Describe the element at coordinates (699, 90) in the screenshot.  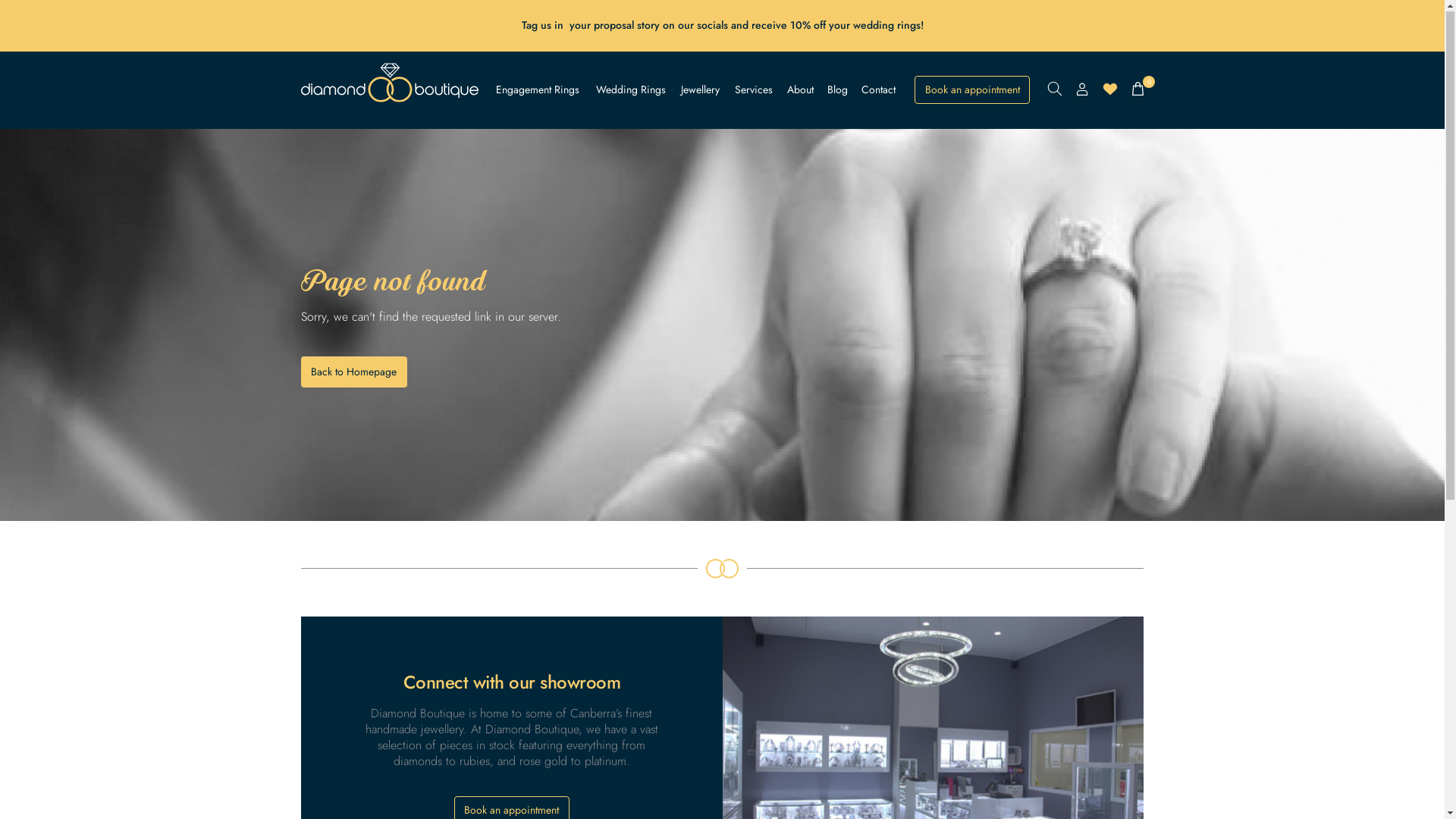
I see `'Jewellery'` at that location.